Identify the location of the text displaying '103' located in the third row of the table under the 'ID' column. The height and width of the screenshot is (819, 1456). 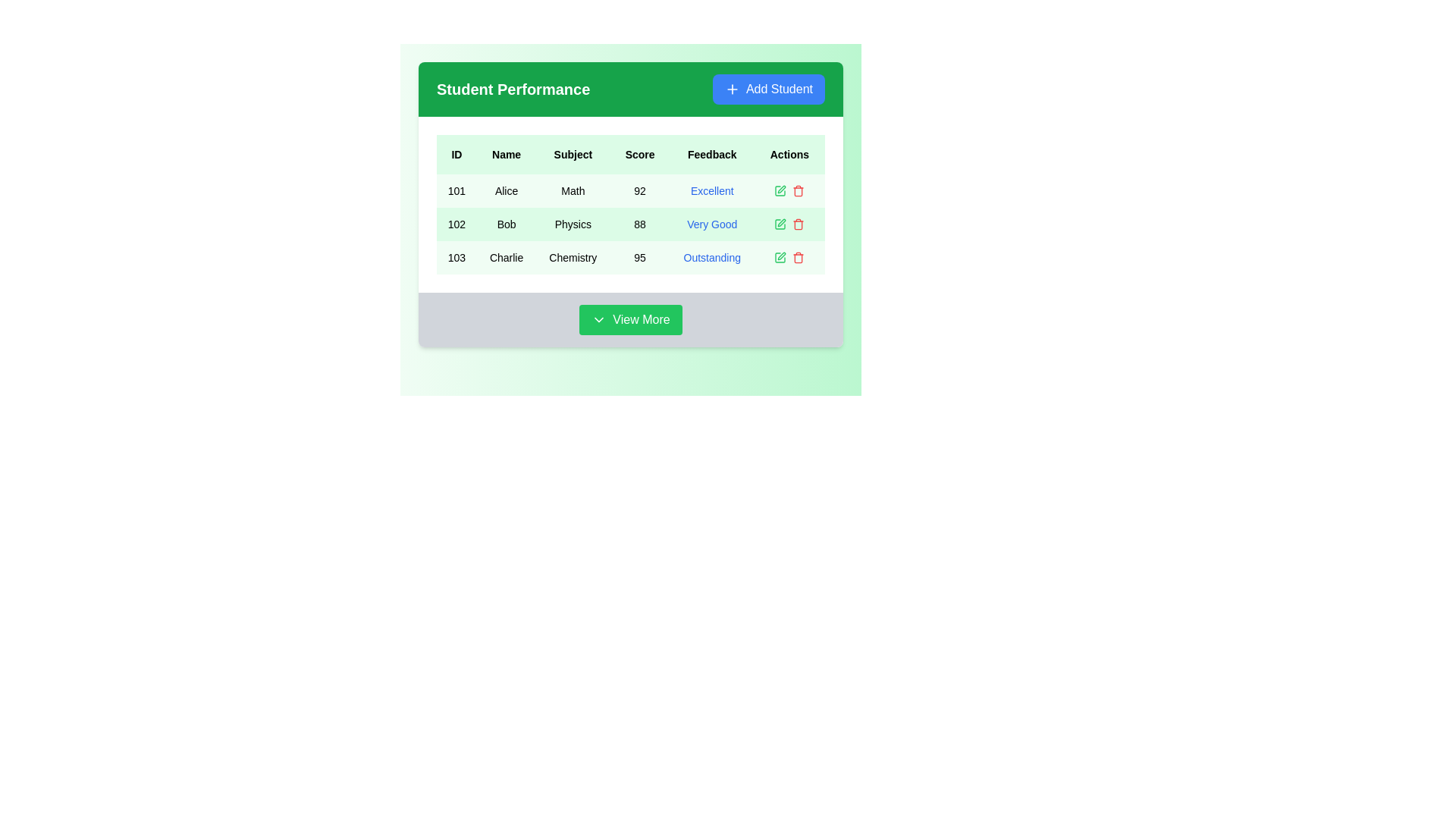
(456, 256).